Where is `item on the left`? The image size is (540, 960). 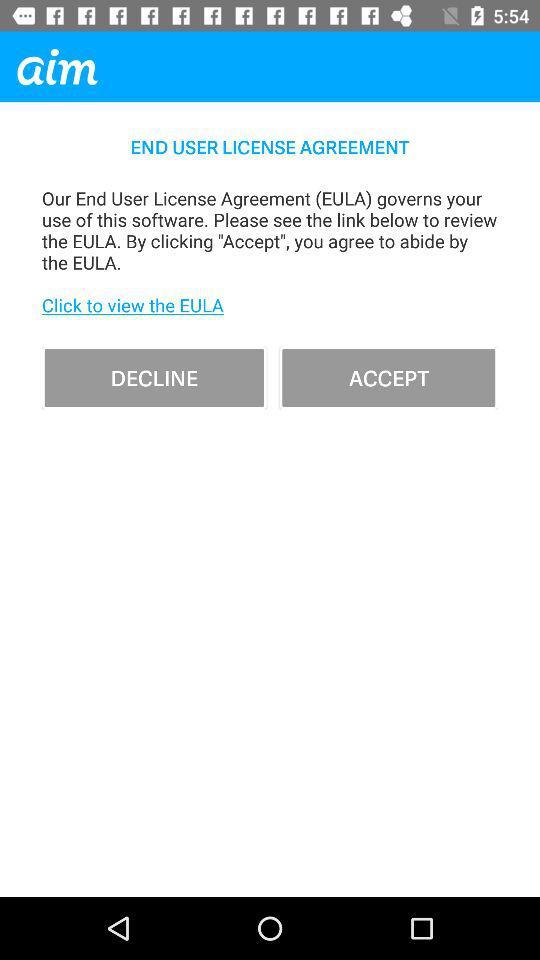 item on the left is located at coordinates (153, 376).